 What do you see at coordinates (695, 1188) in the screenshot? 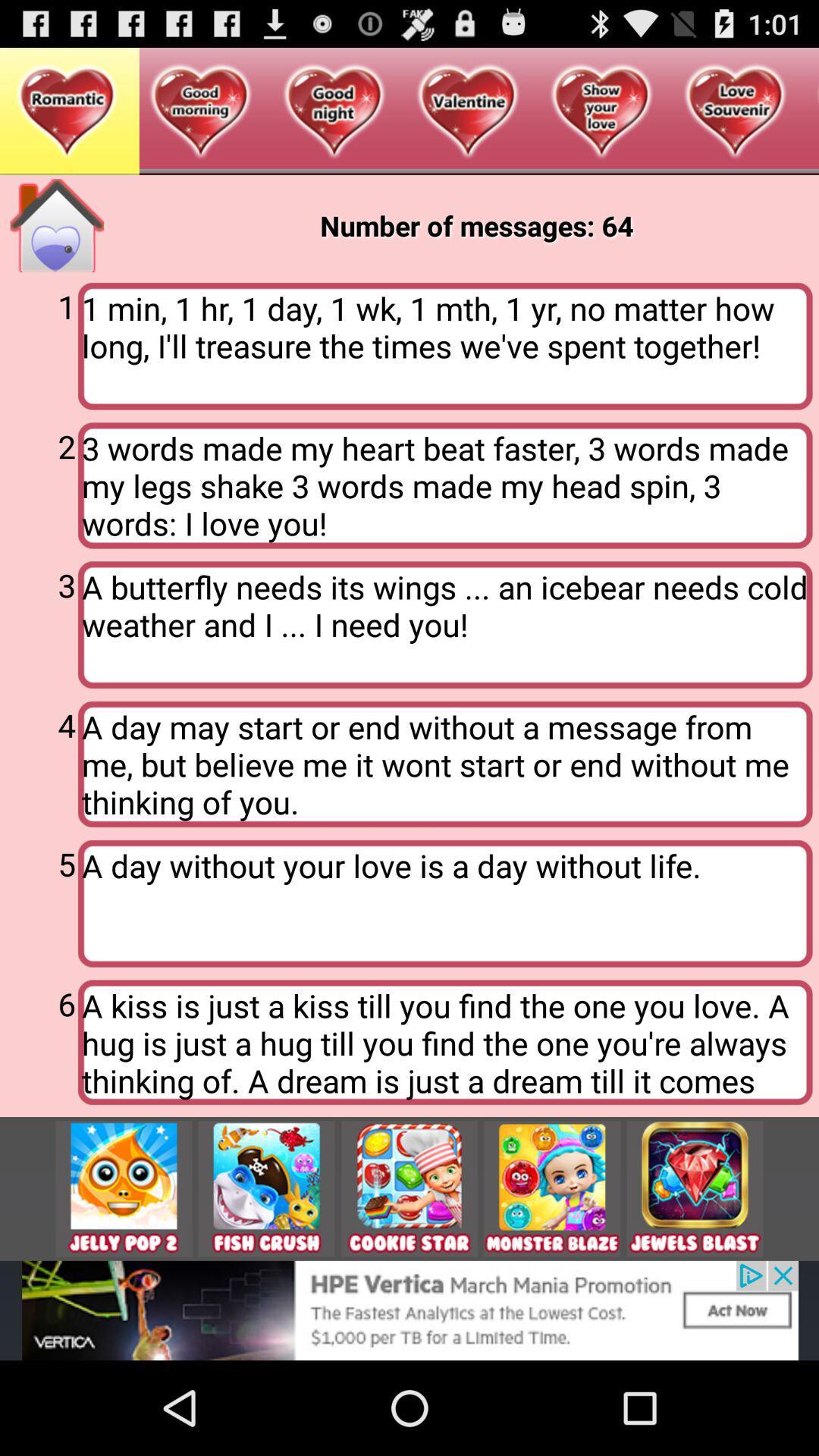
I see `click for jewels blast` at bounding box center [695, 1188].